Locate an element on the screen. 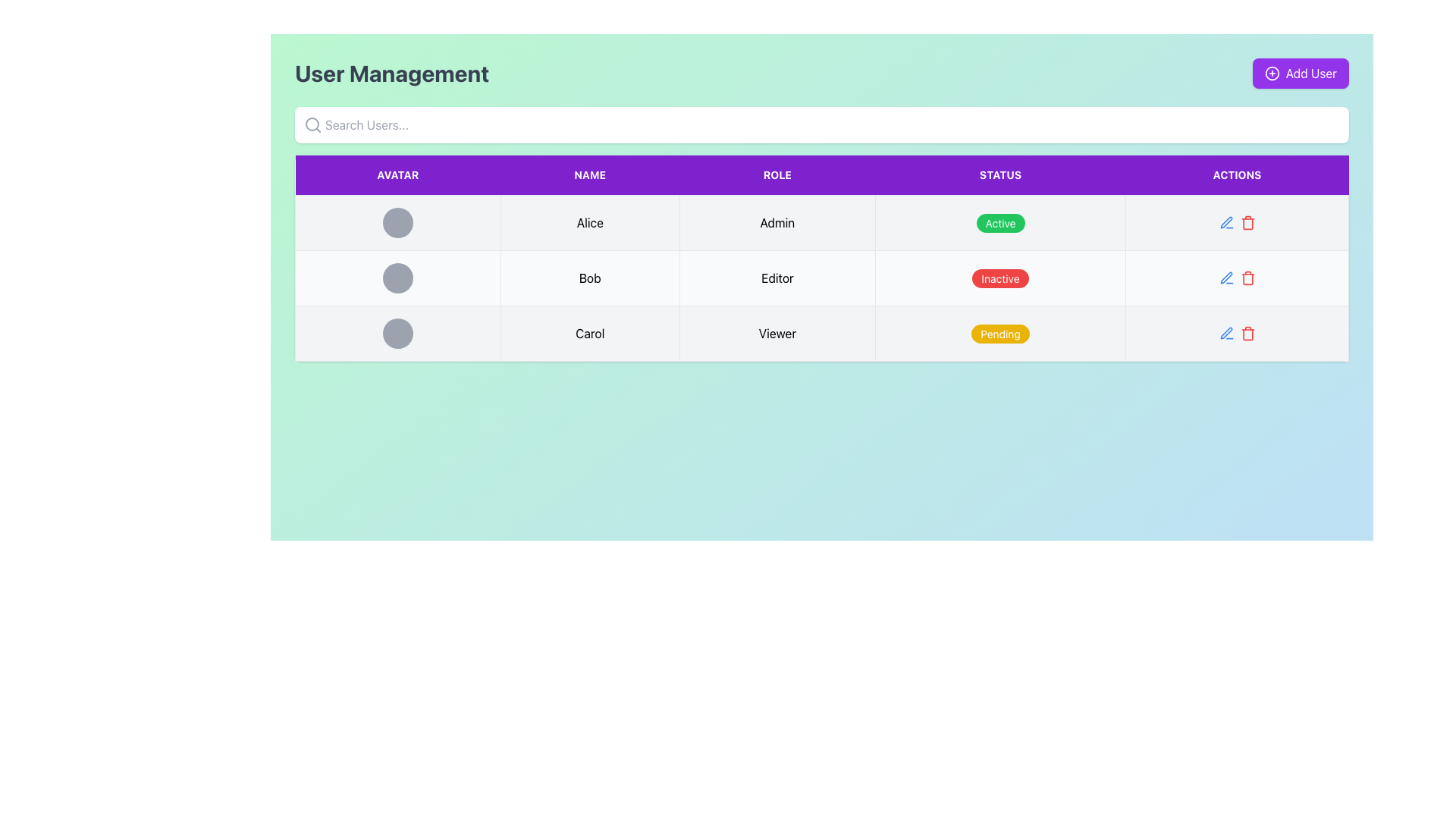 This screenshot has height=819, width=1456. the 'Pending' status indicator label for user 'Carol' located in the 'STATUS' column of the table under the 'Viewer' section is located at coordinates (1000, 332).